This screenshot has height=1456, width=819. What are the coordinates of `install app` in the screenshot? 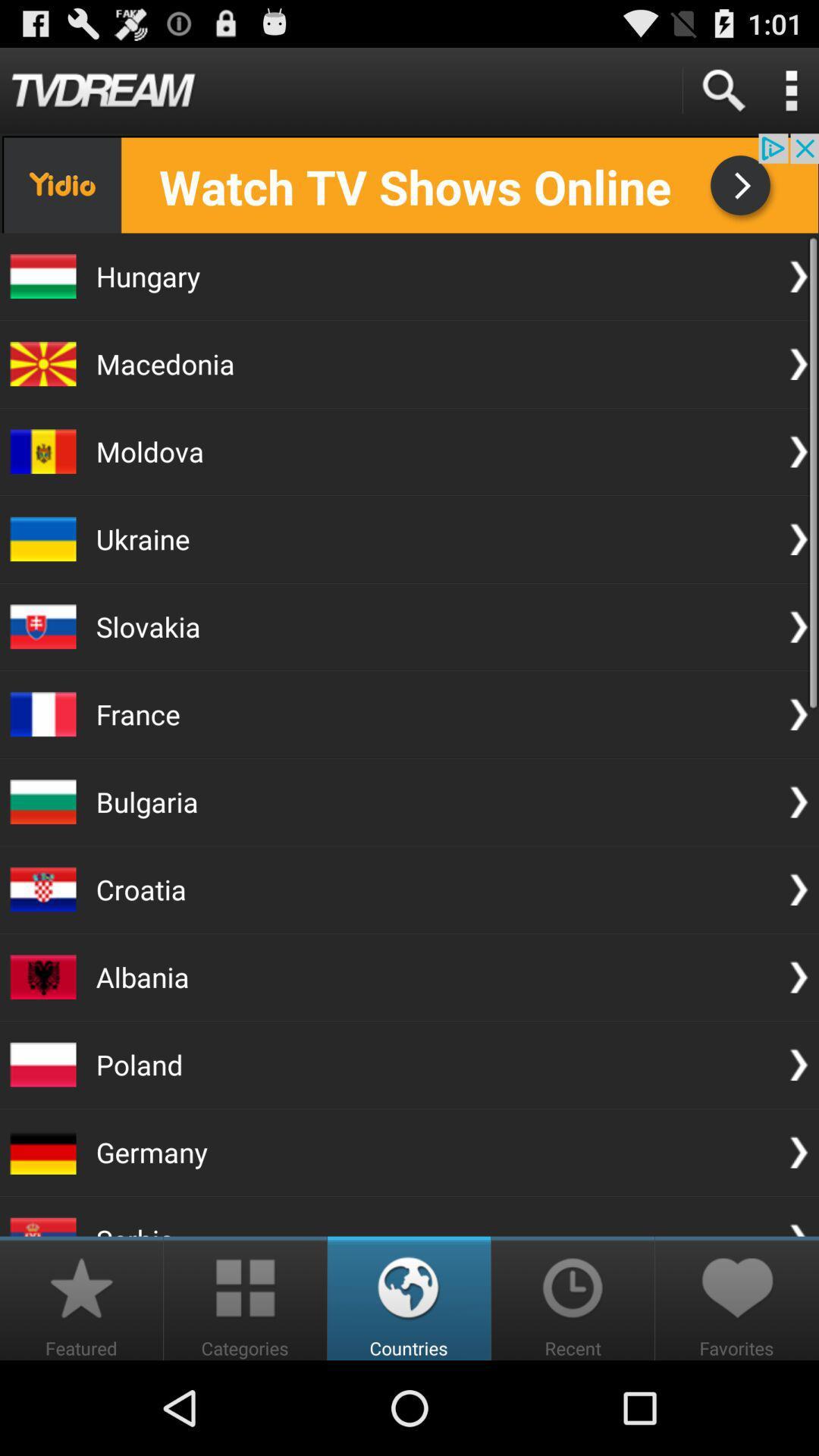 It's located at (409, 182).